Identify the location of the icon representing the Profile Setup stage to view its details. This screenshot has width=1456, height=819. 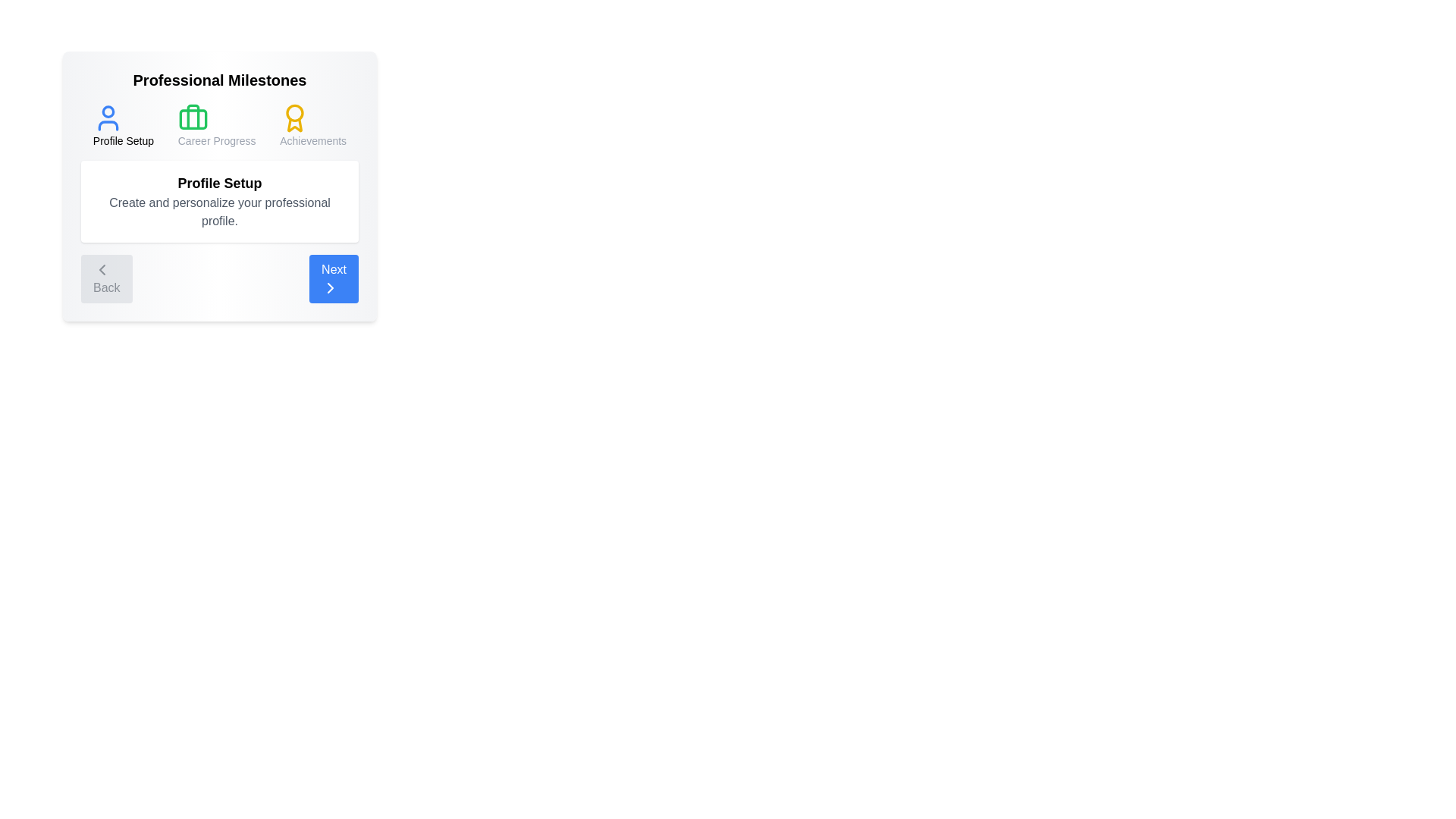
(107, 117).